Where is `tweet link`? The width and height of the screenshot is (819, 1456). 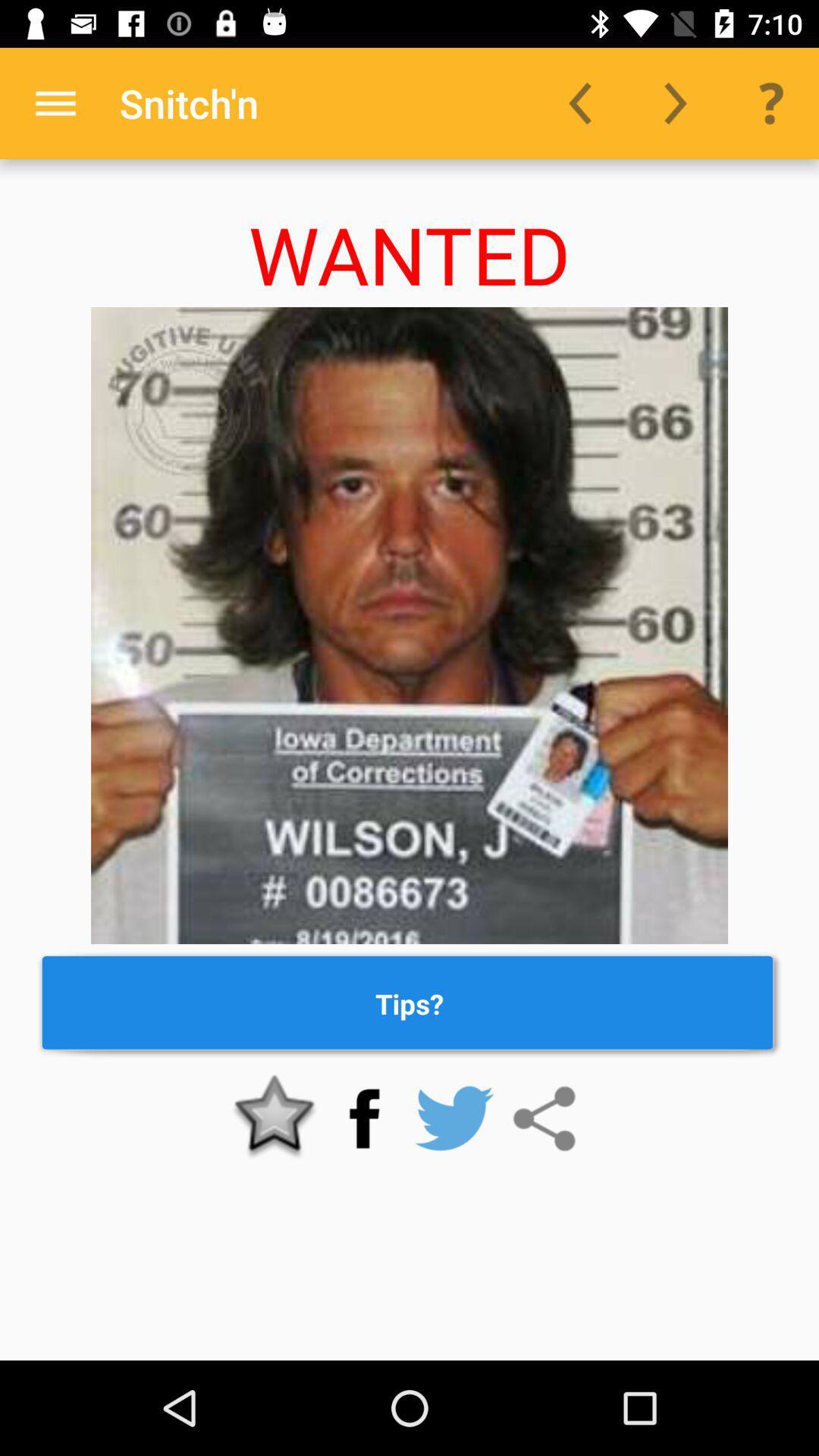 tweet link is located at coordinates (453, 1119).